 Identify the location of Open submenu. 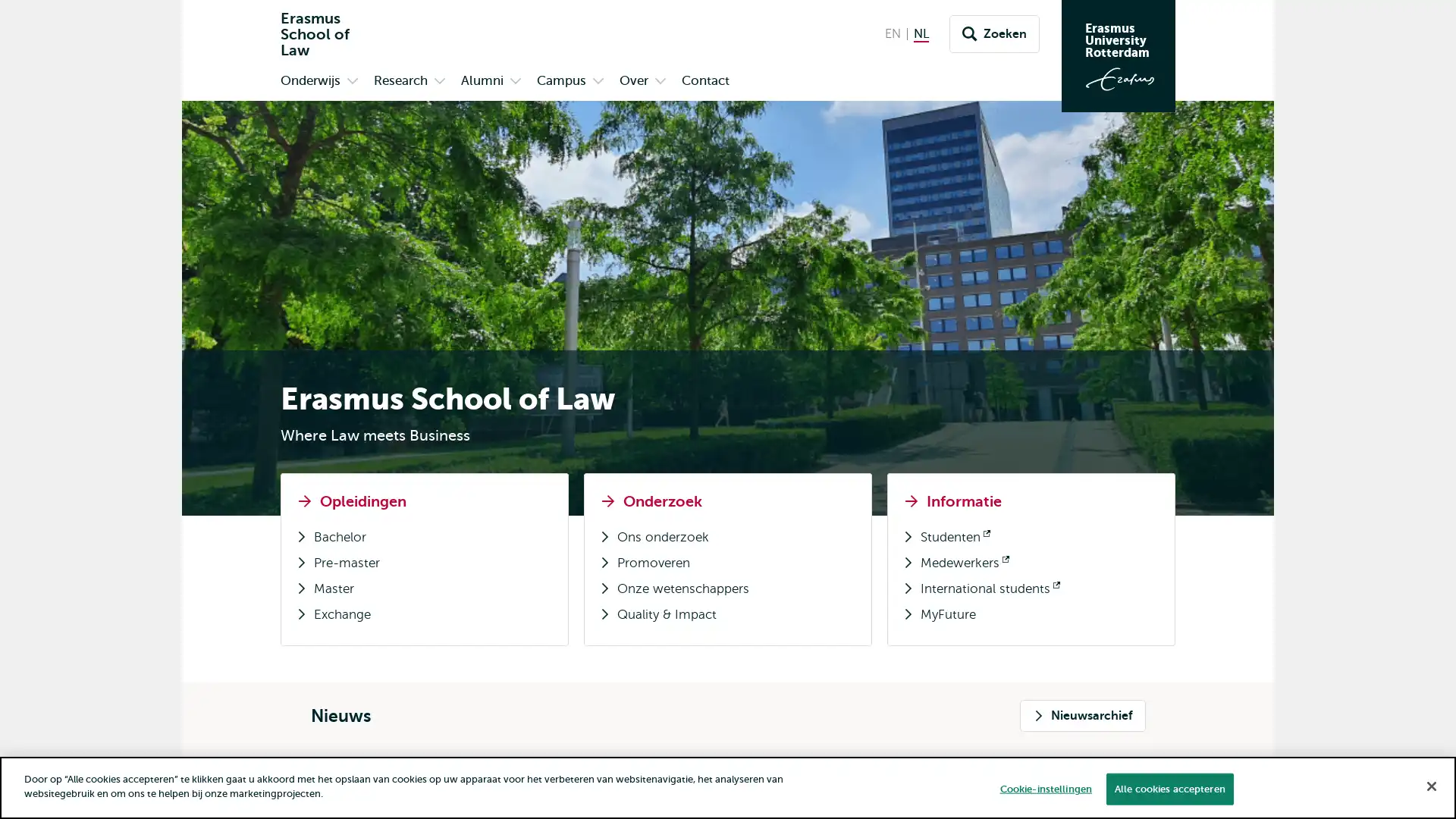
(516, 82).